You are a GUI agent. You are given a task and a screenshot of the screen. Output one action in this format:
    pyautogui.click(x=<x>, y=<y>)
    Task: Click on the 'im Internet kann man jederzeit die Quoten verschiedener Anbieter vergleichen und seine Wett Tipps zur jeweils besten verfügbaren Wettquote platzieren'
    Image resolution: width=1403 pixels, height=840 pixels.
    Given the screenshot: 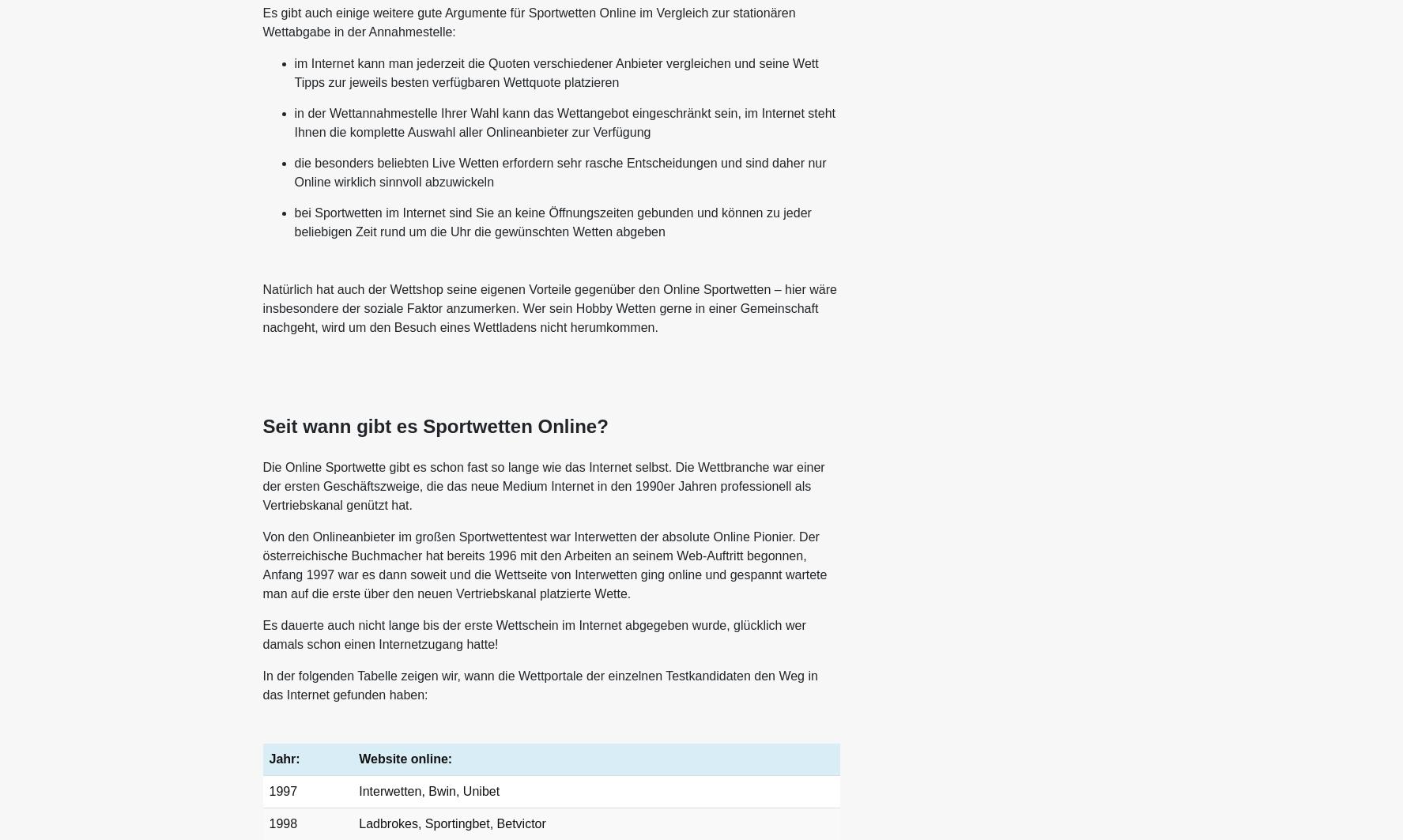 What is the action you would take?
    pyautogui.click(x=555, y=73)
    